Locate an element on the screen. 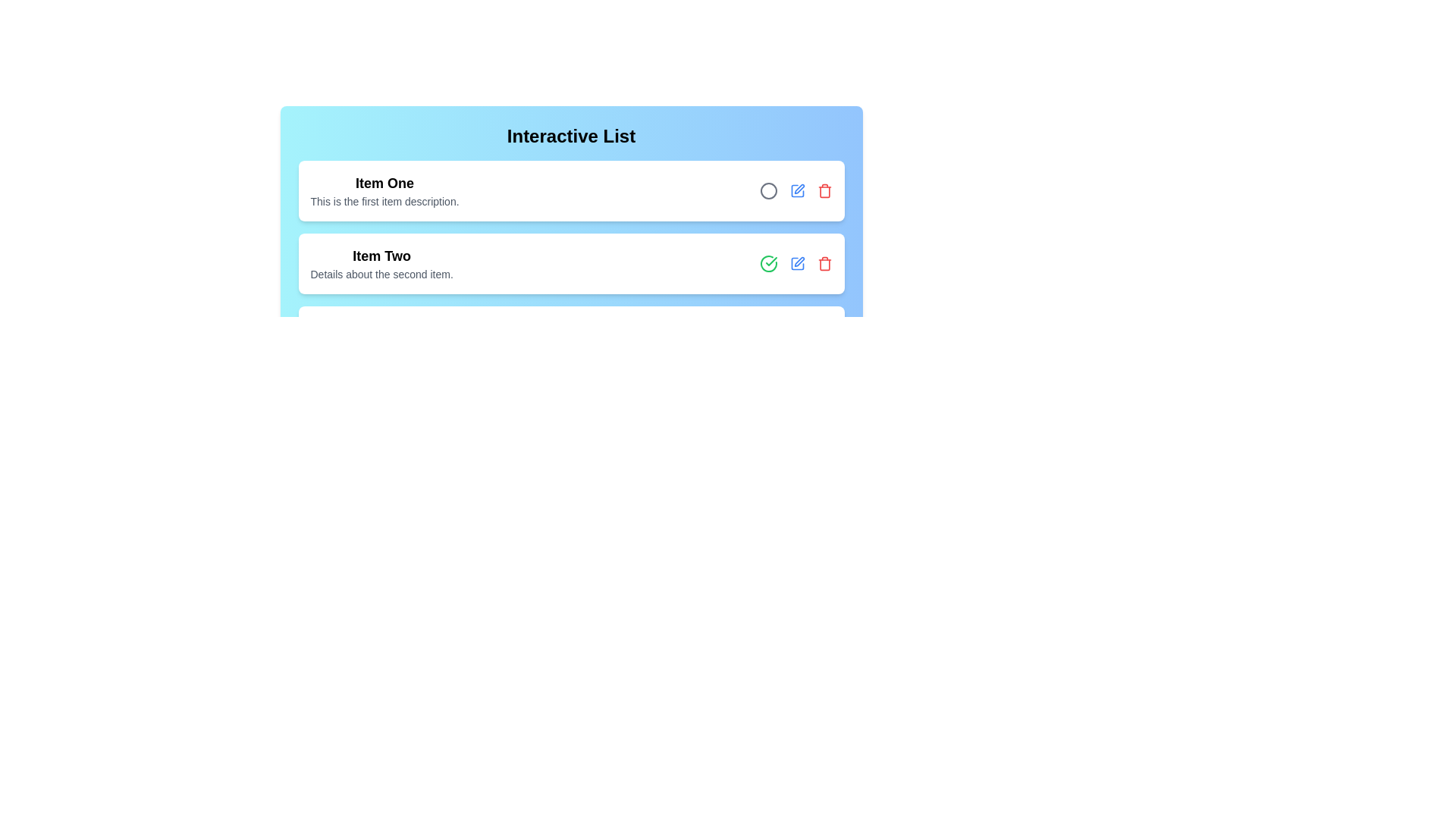  the toggle icon of the item with name Item One is located at coordinates (768, 190).